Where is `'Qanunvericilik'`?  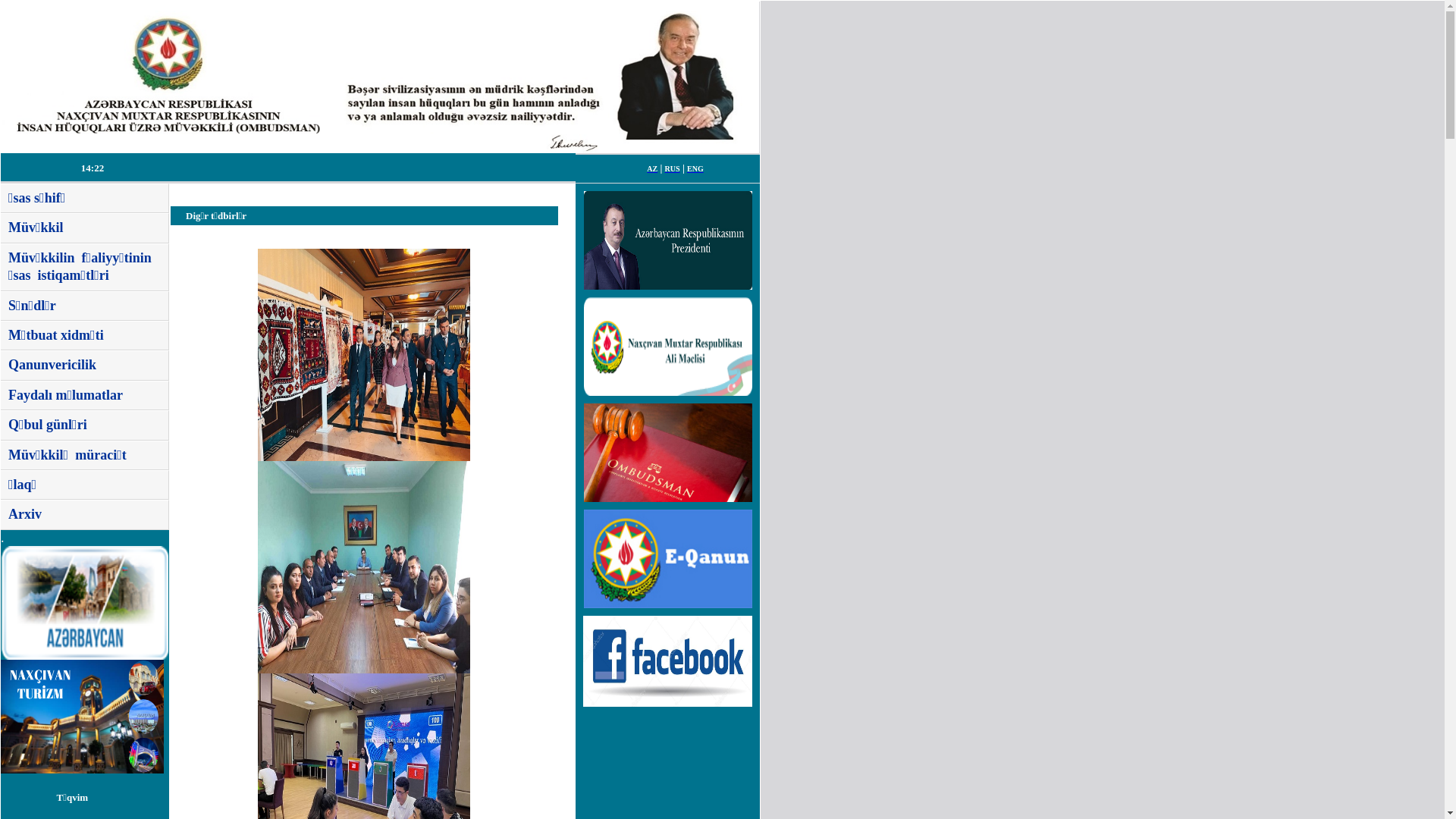
'Qanunvericilik' is located at coordinates (52, 365).